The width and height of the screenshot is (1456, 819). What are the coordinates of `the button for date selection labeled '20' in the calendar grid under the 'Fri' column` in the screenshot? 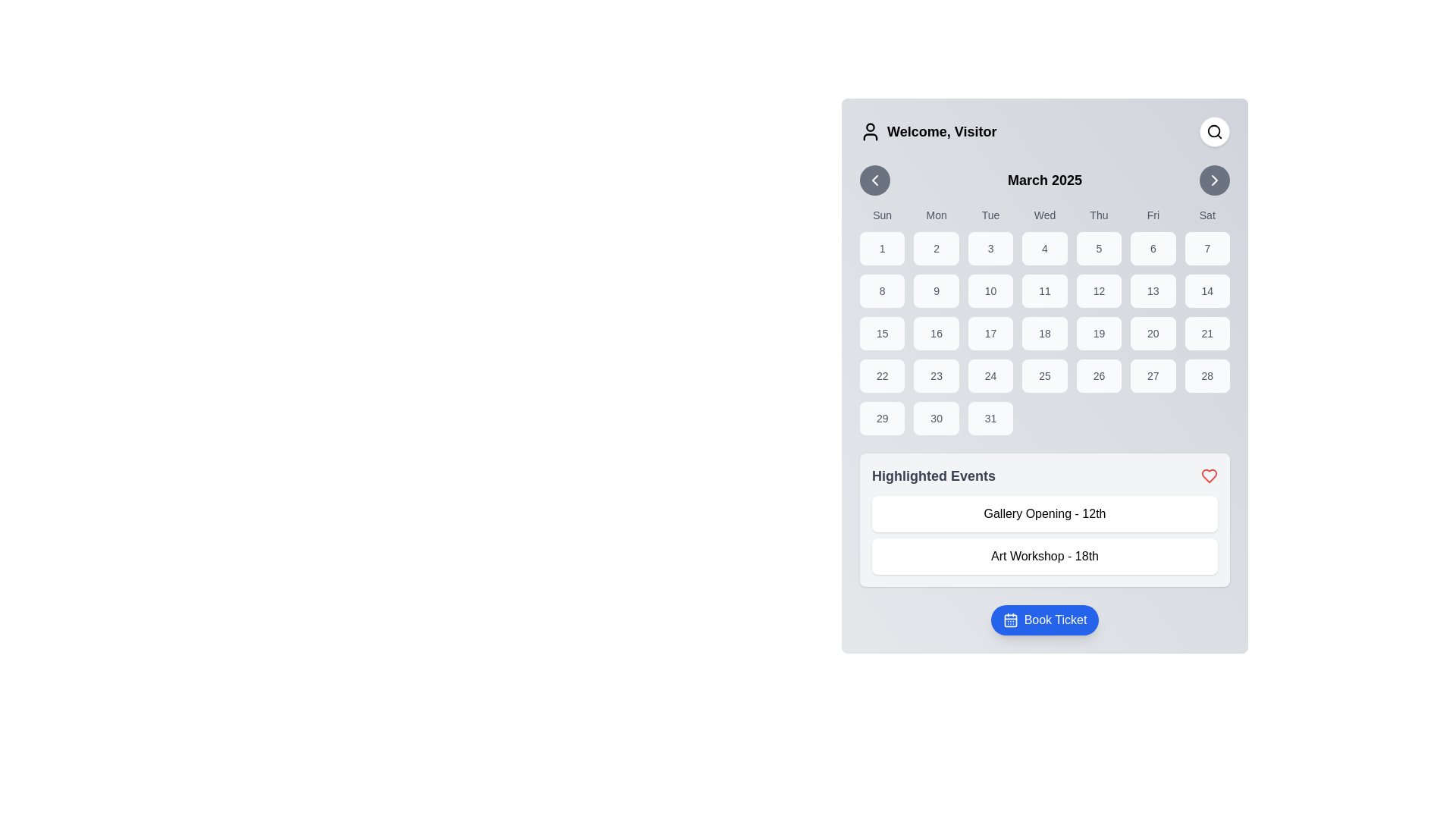 It's located at (1153, 332).